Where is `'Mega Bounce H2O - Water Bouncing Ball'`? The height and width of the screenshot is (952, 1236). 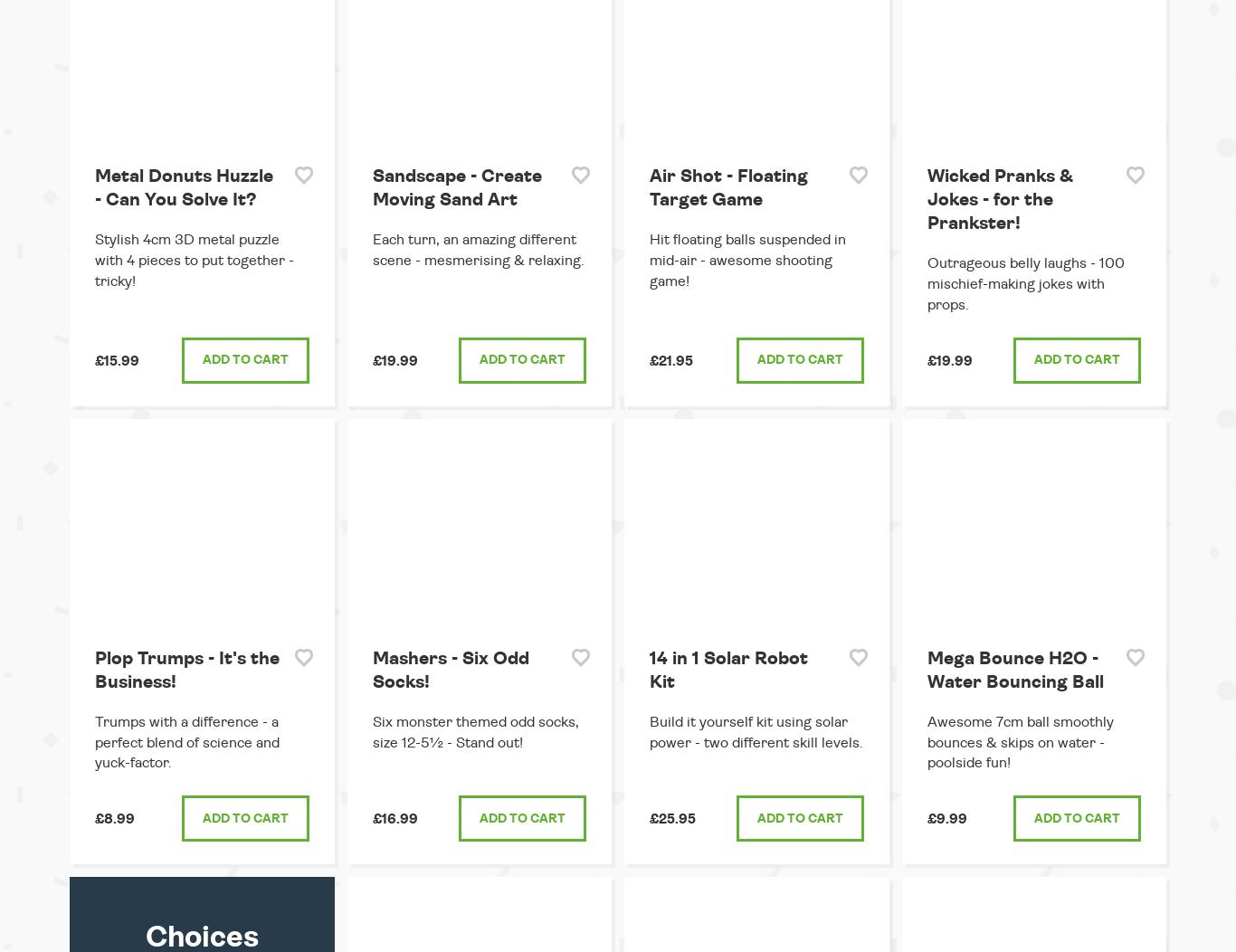
'Mega Bounce H2O - Water Bouncing Ball' is located at coordinates (1013, 669).